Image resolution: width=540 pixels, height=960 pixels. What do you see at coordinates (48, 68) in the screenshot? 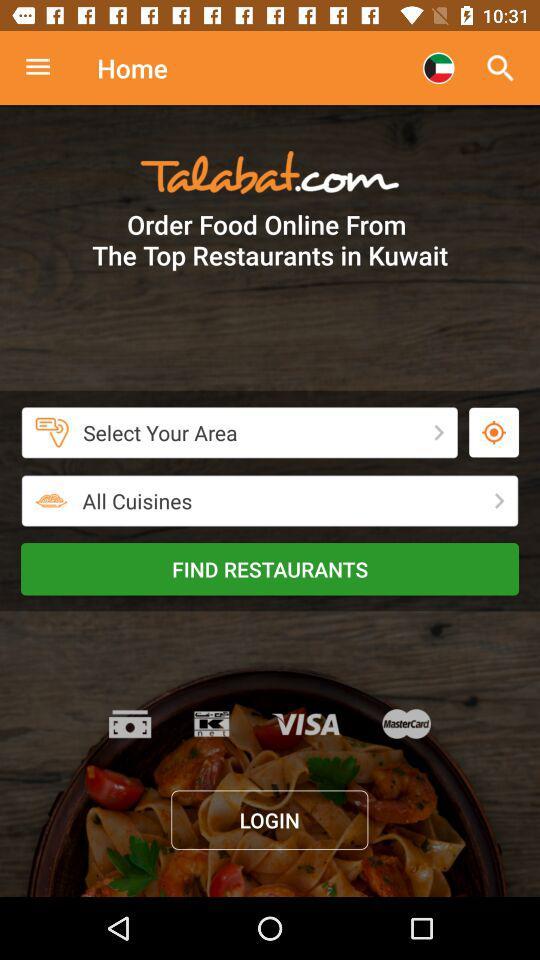
I see `go customize` at bounding box center [48, 68].